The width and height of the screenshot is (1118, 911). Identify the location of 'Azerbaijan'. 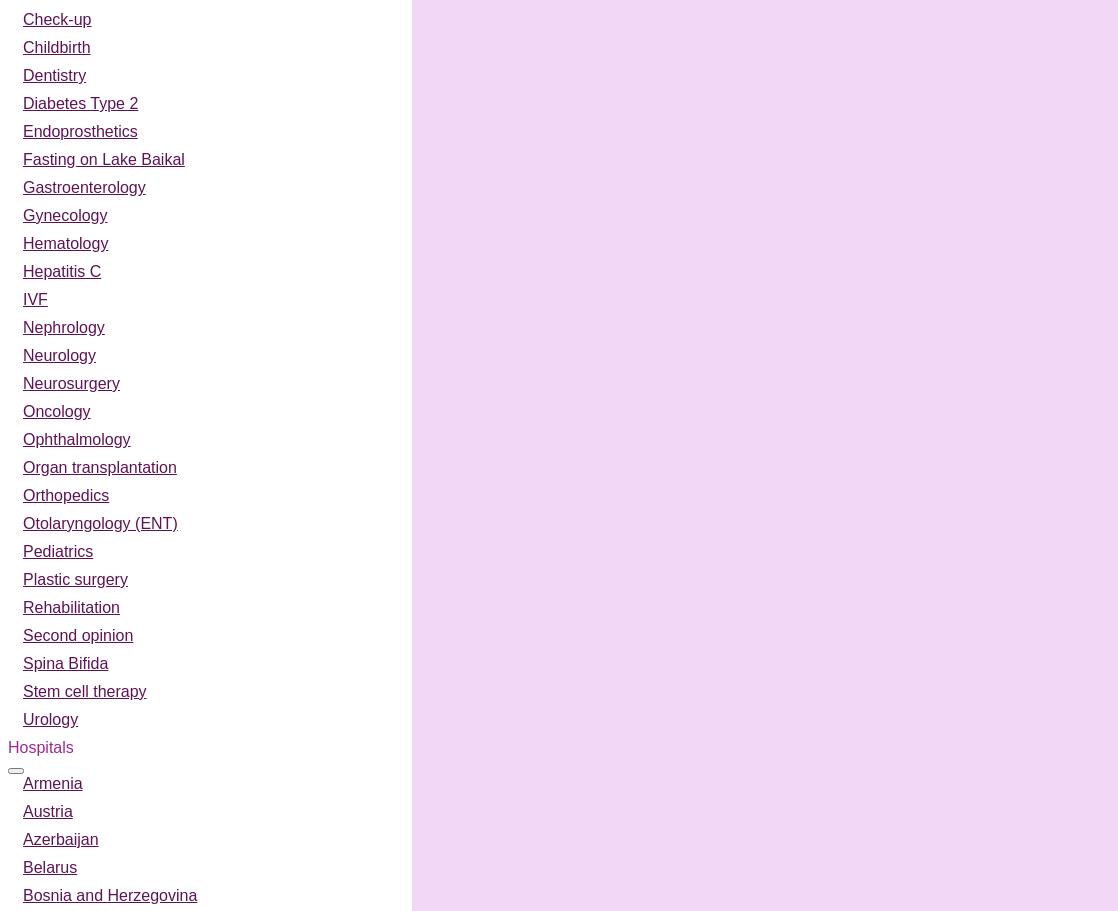
(60, 838).